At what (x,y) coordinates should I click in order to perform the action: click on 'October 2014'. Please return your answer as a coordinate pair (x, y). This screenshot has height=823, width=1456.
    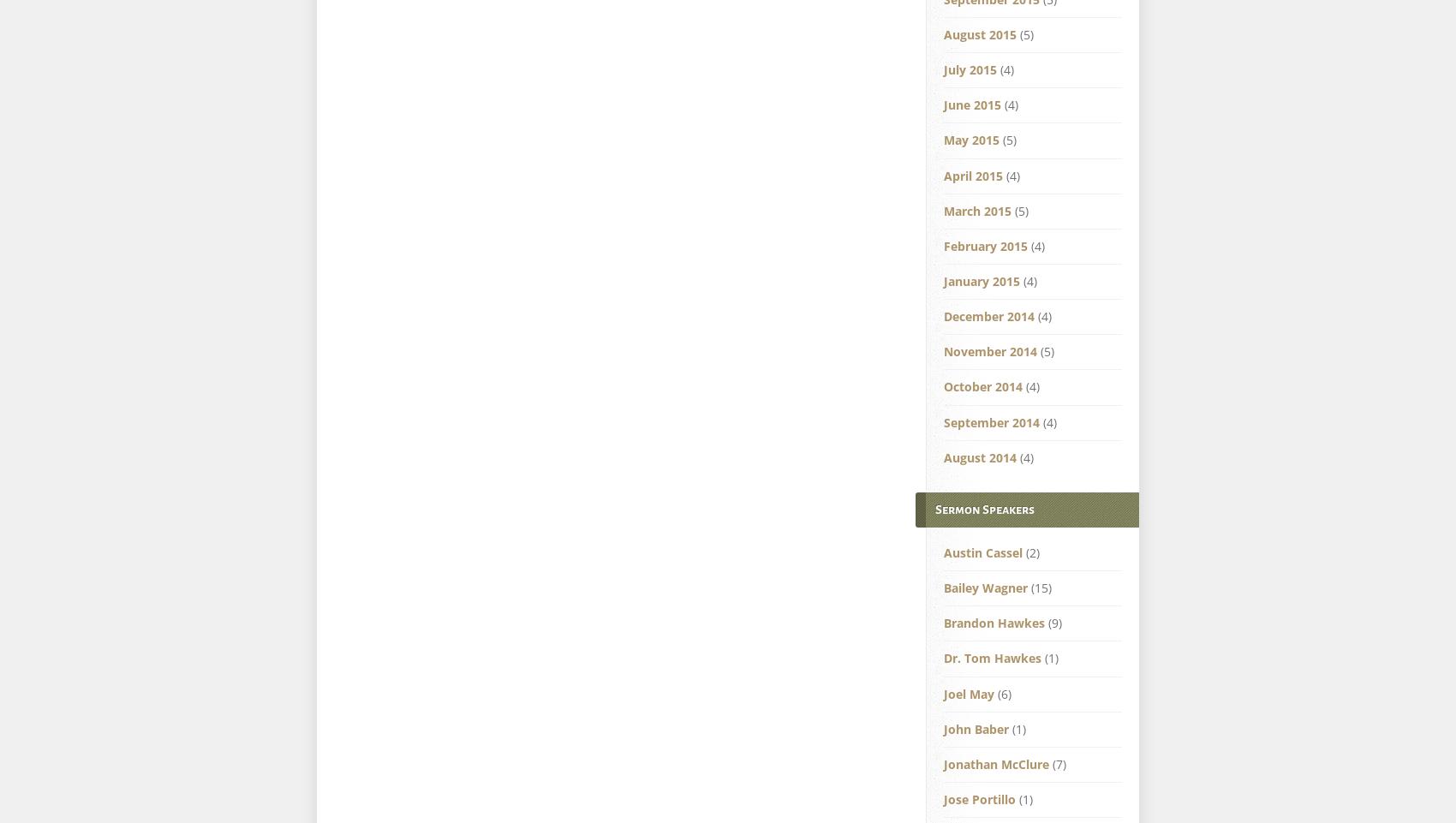
    Looking at the image, I should click on (983, 385).